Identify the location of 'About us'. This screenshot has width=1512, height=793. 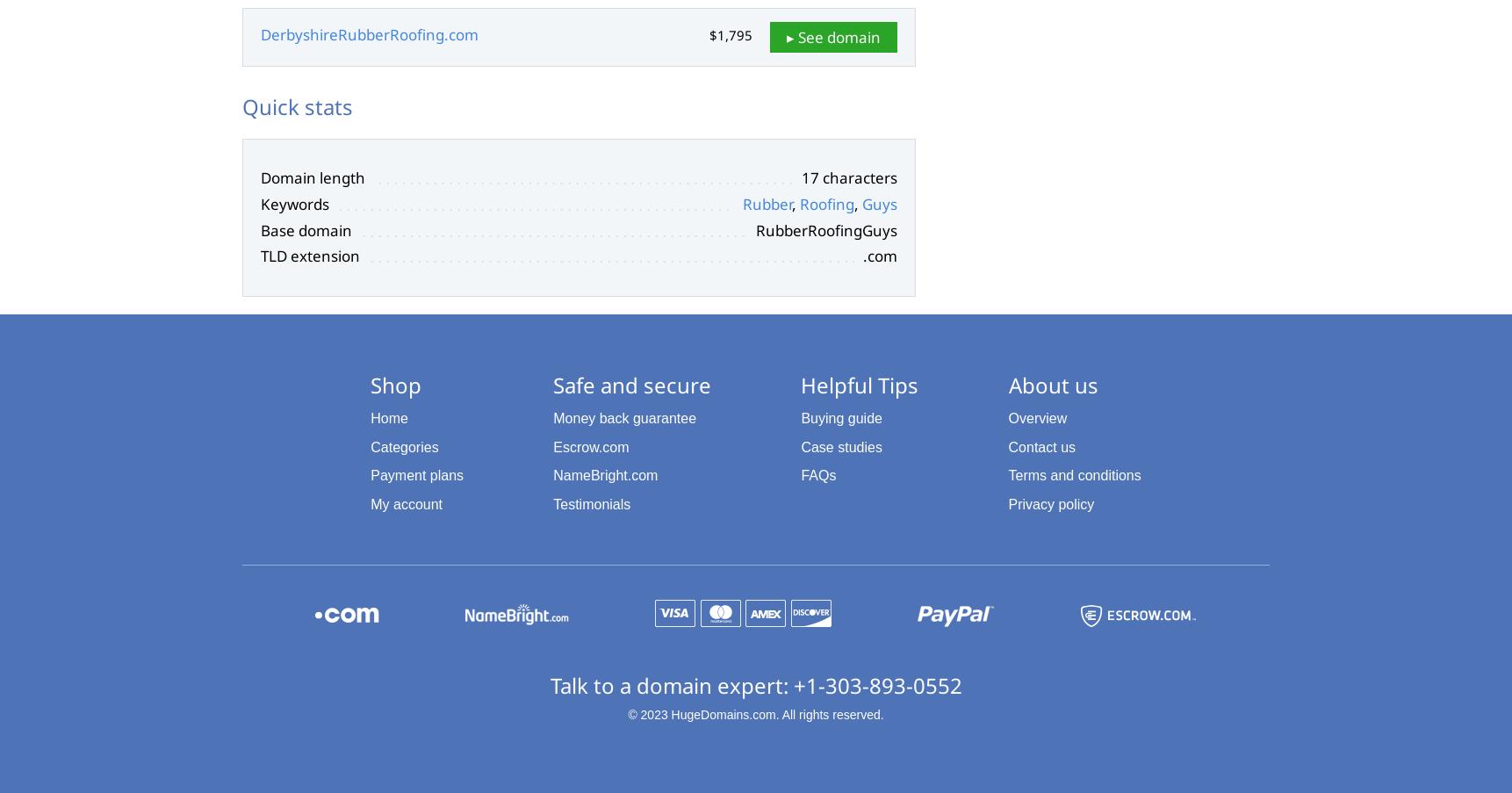
(1052, 383).